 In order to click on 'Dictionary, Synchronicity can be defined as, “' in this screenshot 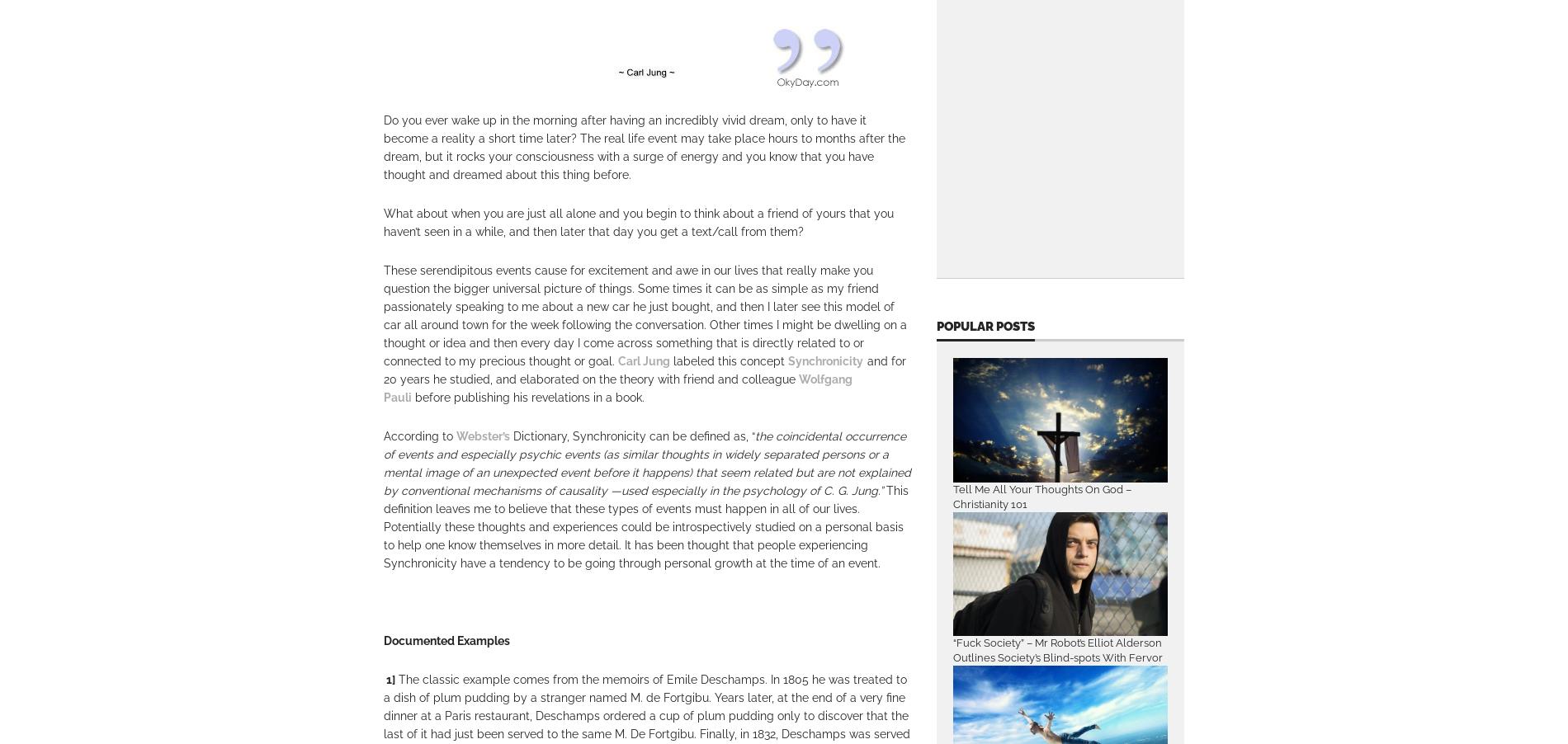, I will do `click(631, 436)`.